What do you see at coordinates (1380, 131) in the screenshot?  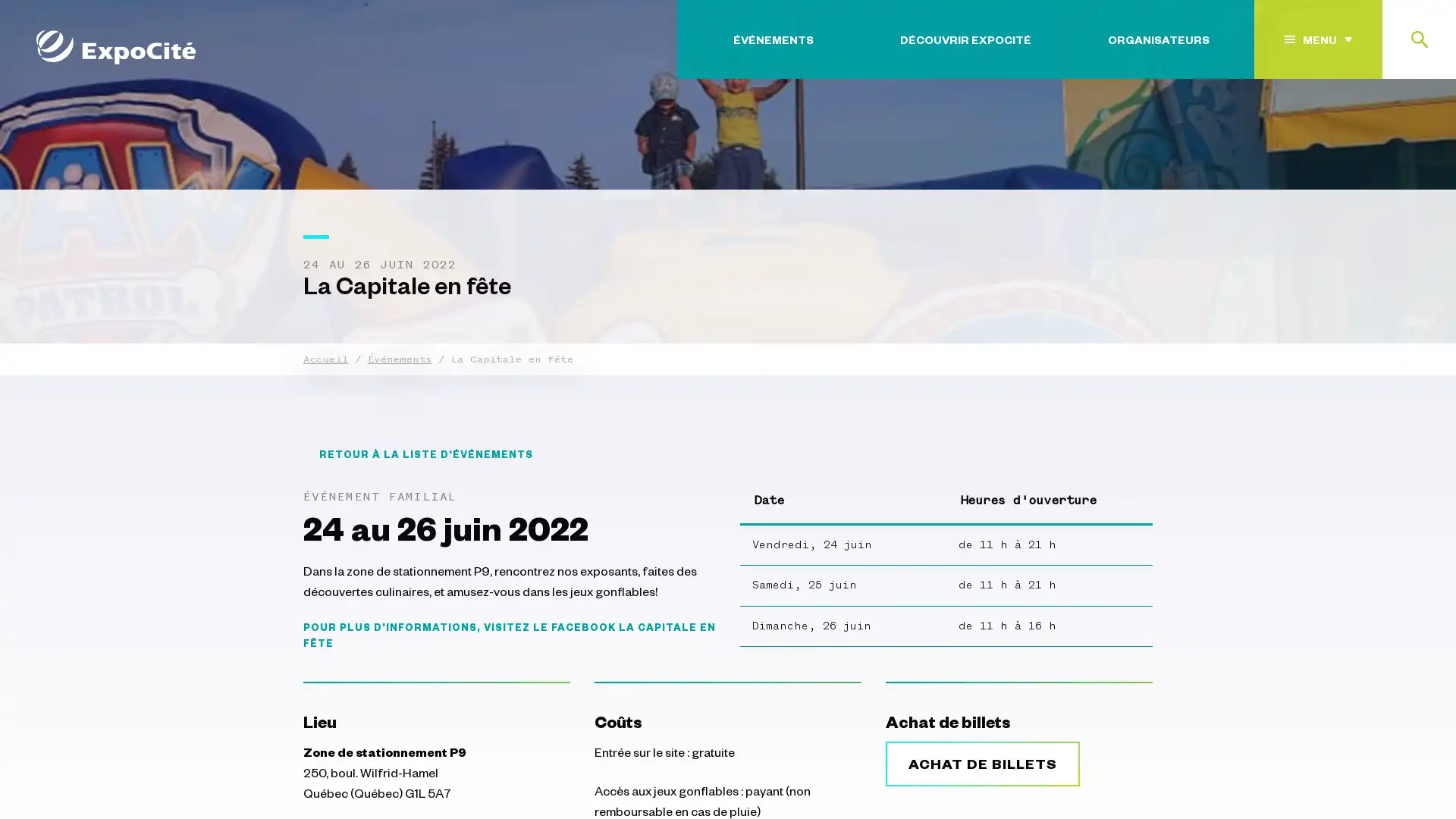 I see `TROUVER` at bounding box center [1380, 131].